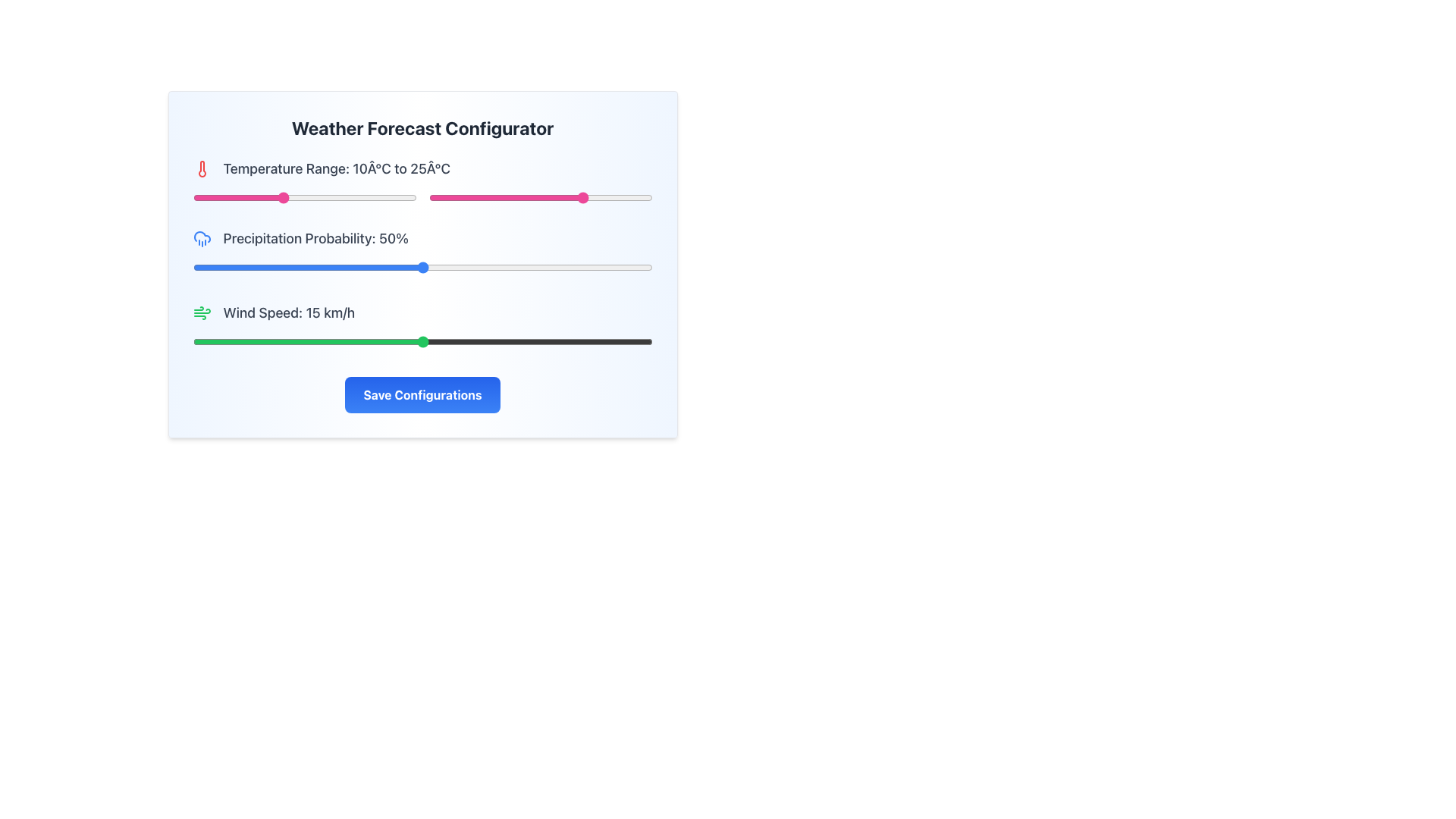  Describe the element at coordinates (422, 394) in the screenshot. I see `the 'Save Configurations' button, which is a horizontally oriented rectangular button with bold white text on a blue gradient background` at that location.